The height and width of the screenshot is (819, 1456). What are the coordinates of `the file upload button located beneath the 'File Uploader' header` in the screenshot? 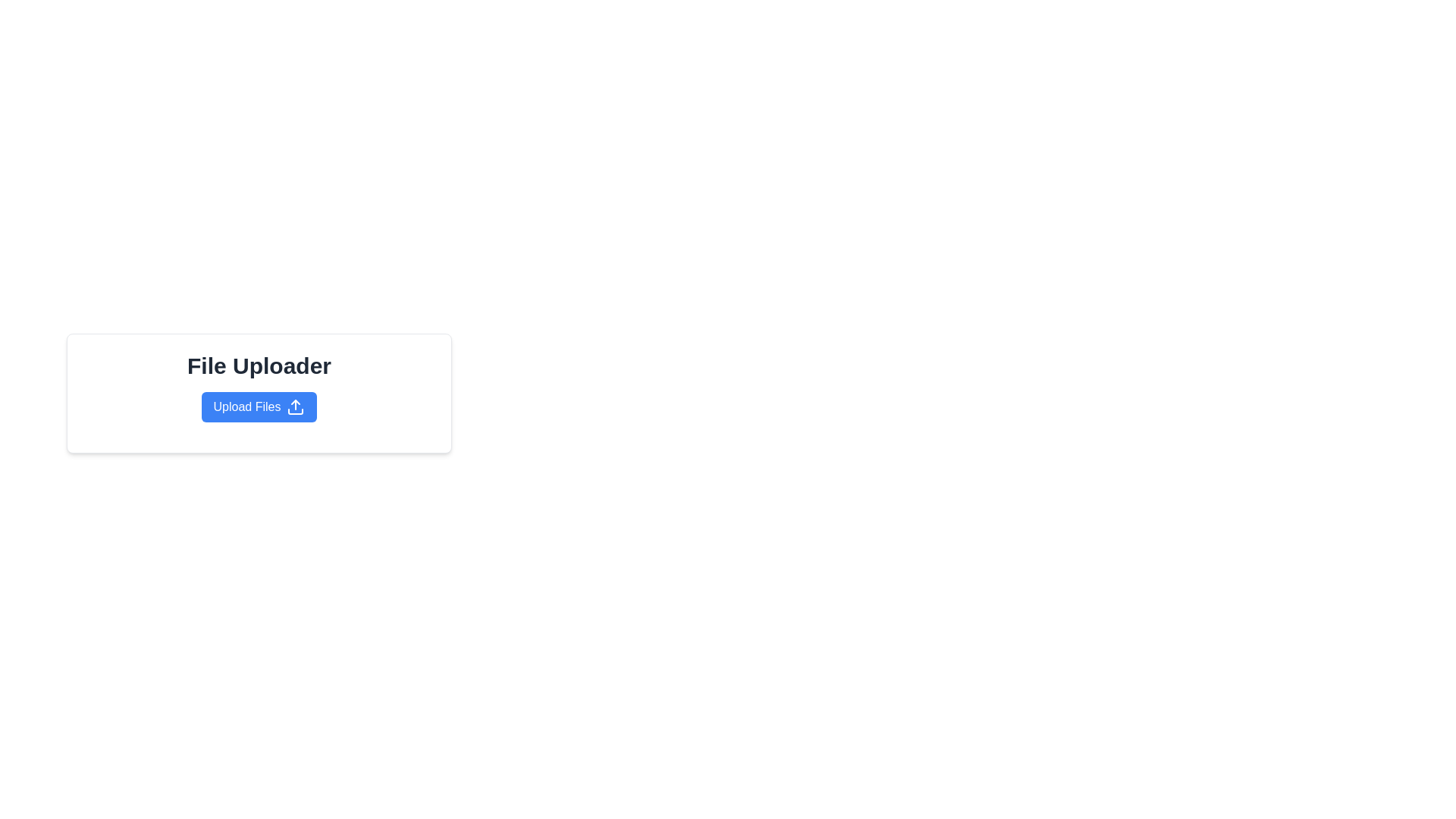 It's located at (259, 406).